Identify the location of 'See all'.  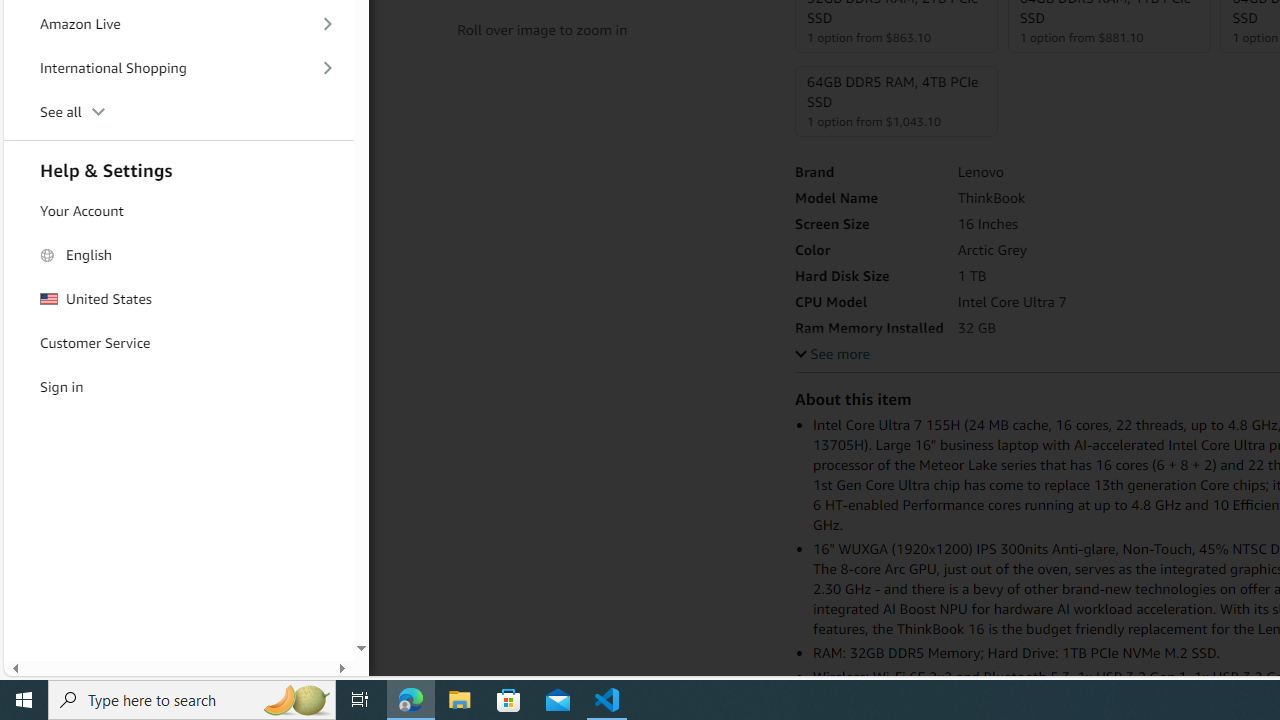
(179, 111).